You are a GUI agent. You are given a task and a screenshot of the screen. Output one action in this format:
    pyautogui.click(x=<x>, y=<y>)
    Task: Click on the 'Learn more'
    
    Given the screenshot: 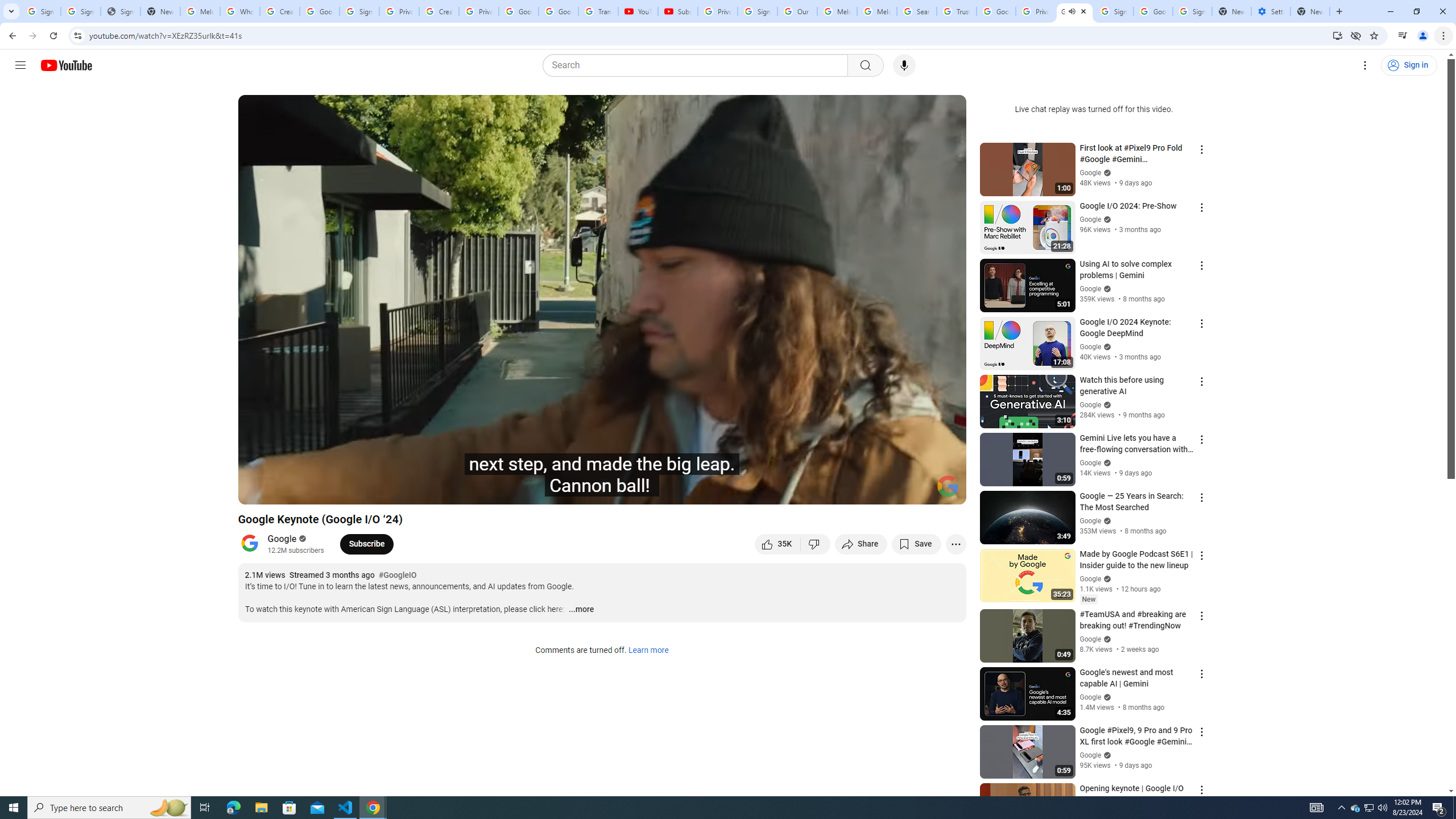 What is the action you would take?
    pyautogui.click(x=647, y=651)
    